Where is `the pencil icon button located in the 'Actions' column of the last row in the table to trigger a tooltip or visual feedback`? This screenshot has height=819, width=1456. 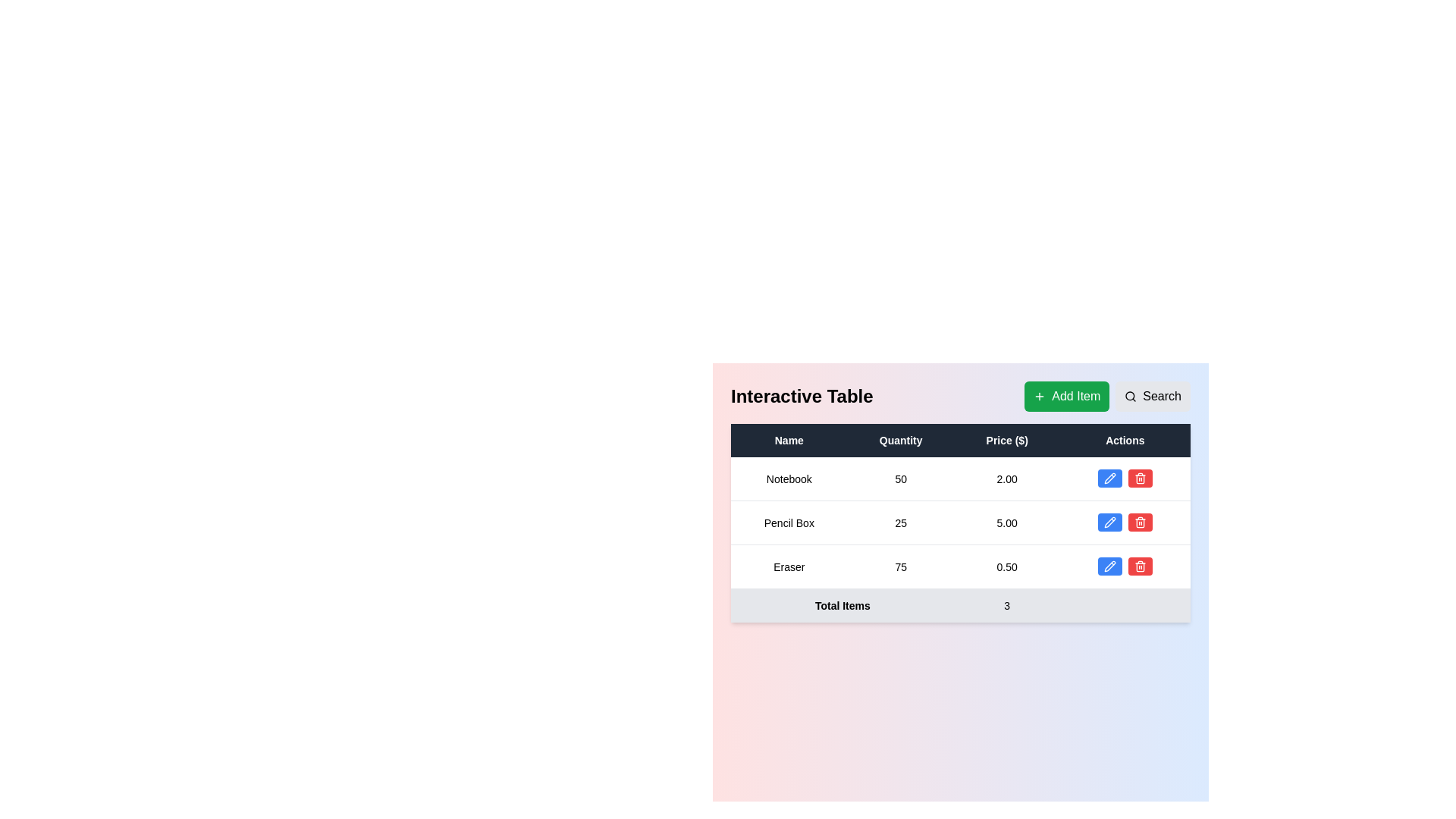
the pencil icon button located in the 'Actions' column of the last row in the table to trigger a tooltip or visual feedback is located at coordinates (1109, 566).